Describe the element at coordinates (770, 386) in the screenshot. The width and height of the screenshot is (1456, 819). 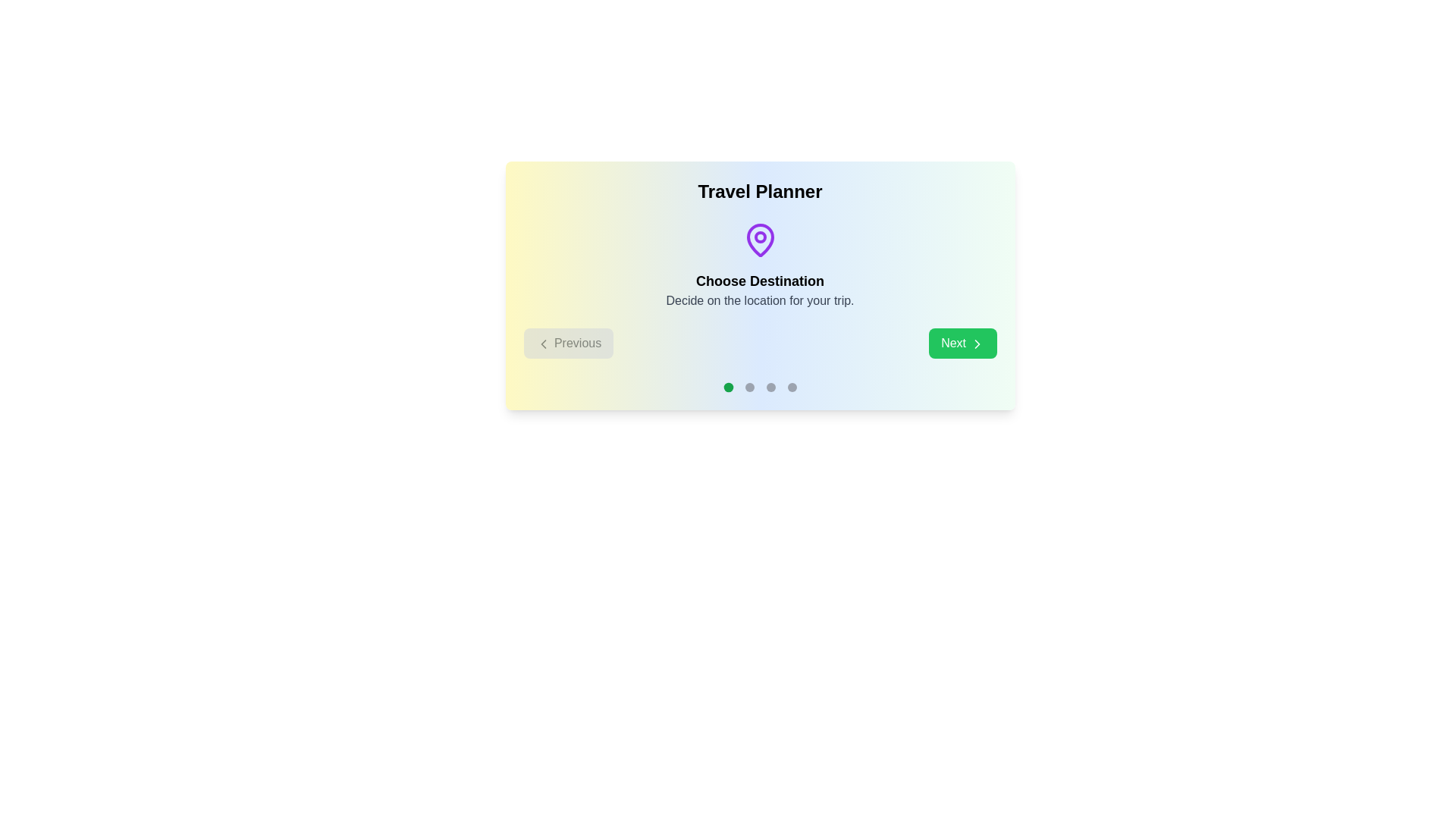
I see `the third navigation dot in the row of four indicators located centrally below the main content` at that location.